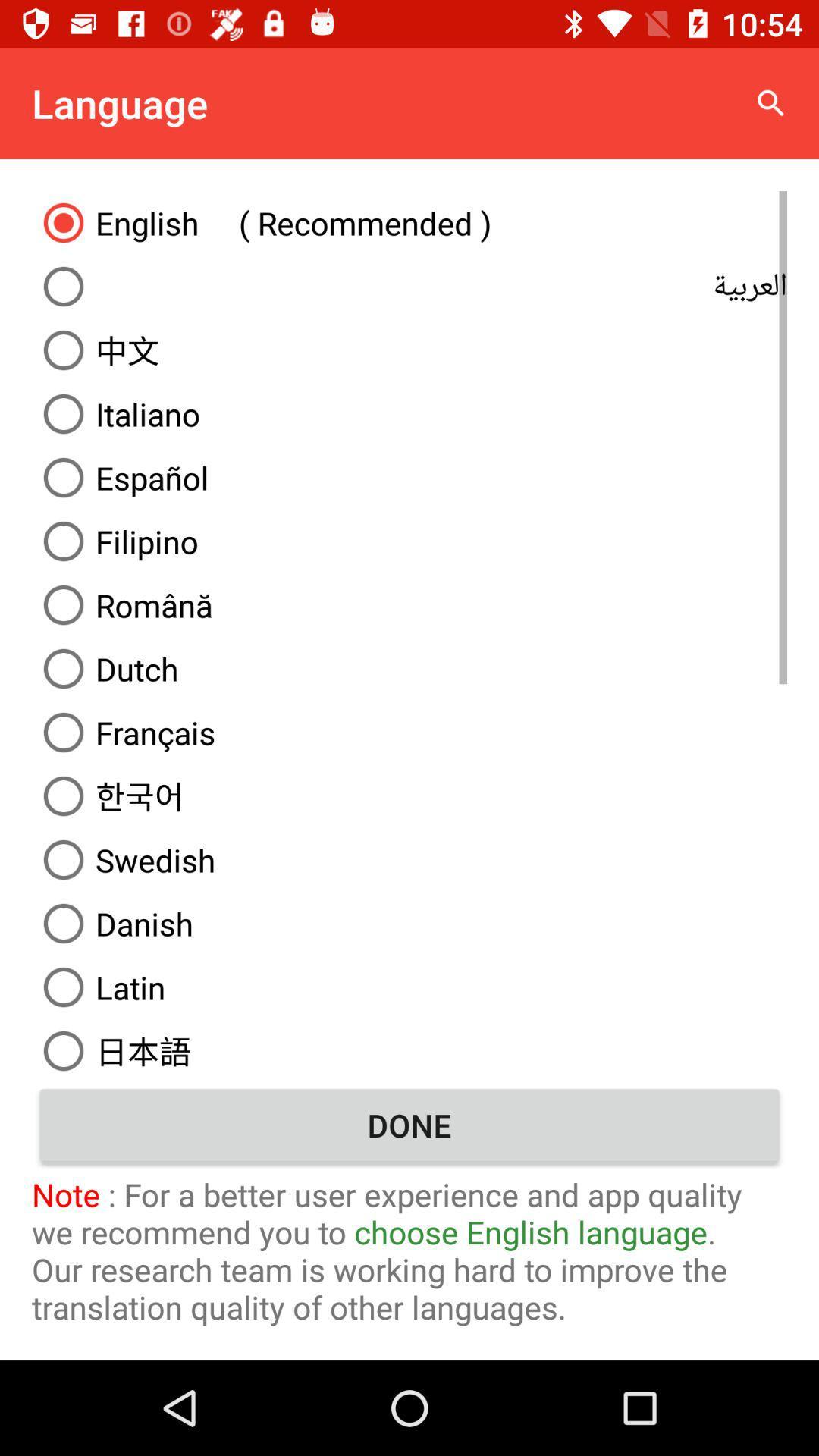 This screenshot has height=1456, width=819. I want to click on the item above italiano, so click(409, 349).